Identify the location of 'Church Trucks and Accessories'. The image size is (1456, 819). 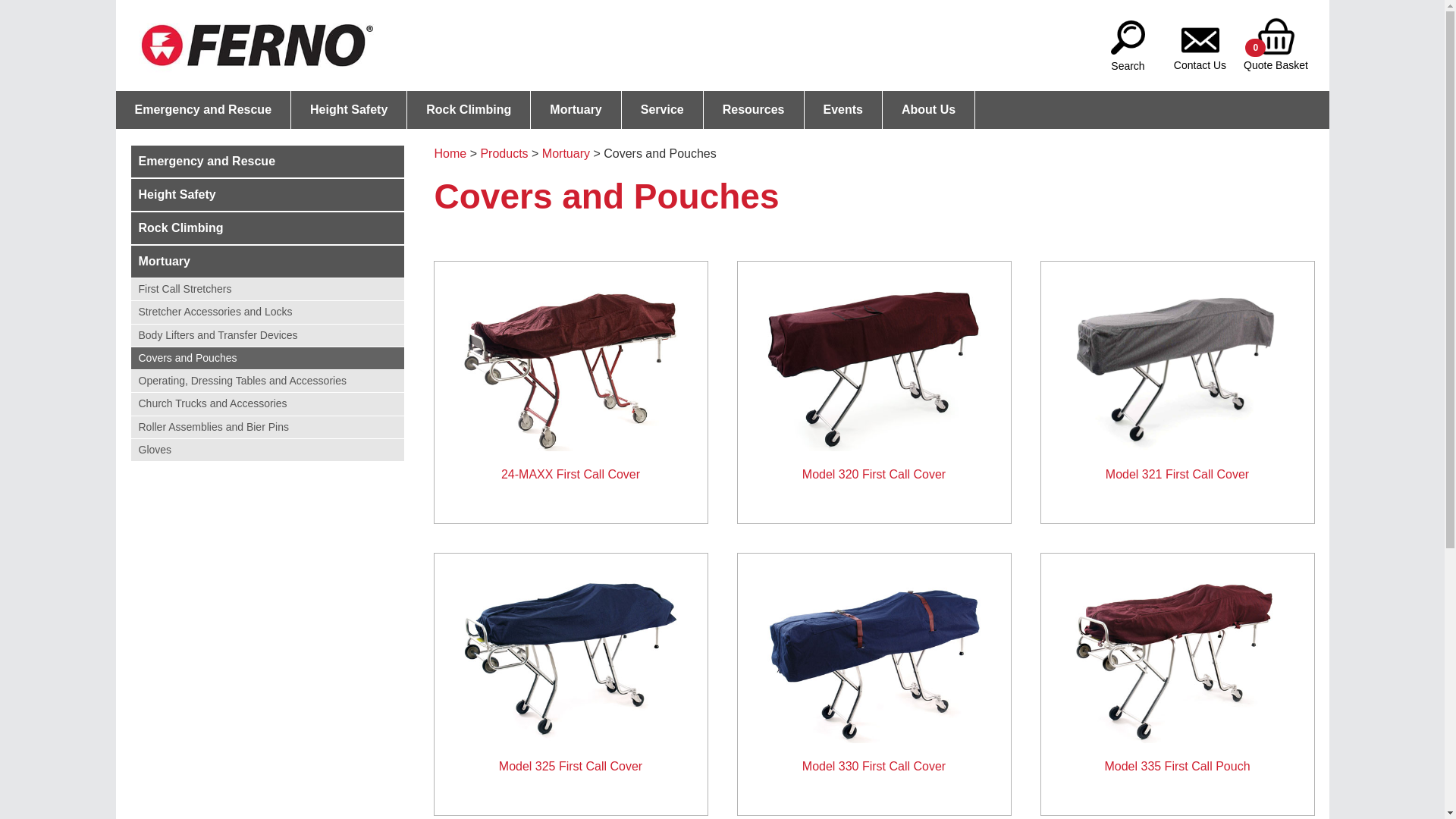
(266, 403).